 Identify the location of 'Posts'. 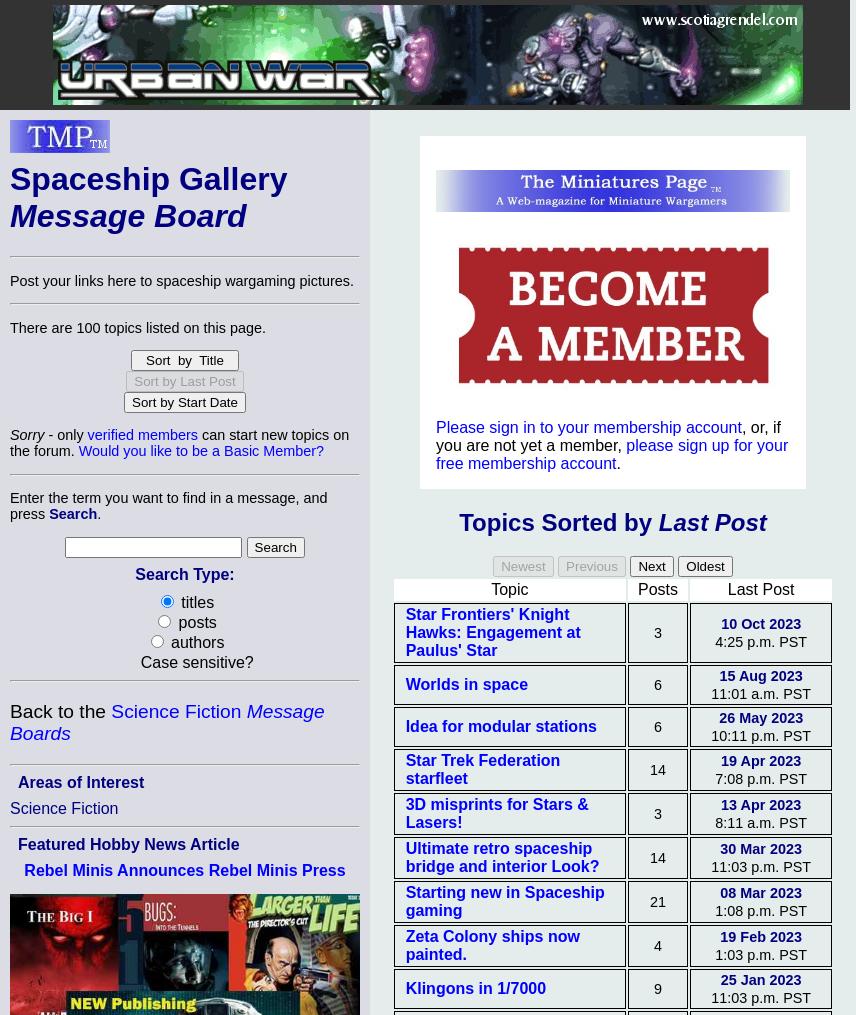
(656, 588).